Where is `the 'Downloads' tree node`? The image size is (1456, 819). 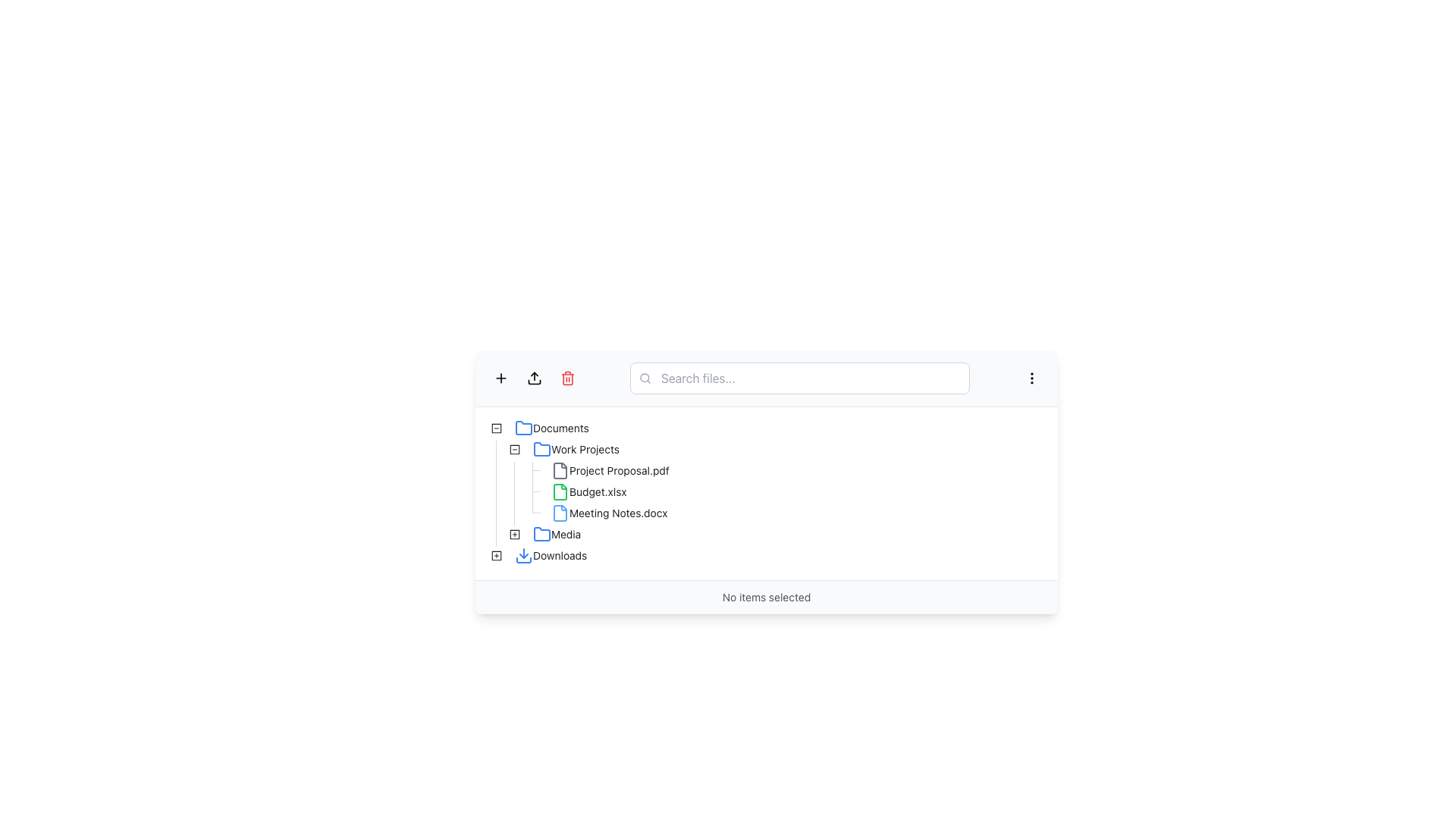
the 'Downloads' tree node is located at coordinates (540, 555).